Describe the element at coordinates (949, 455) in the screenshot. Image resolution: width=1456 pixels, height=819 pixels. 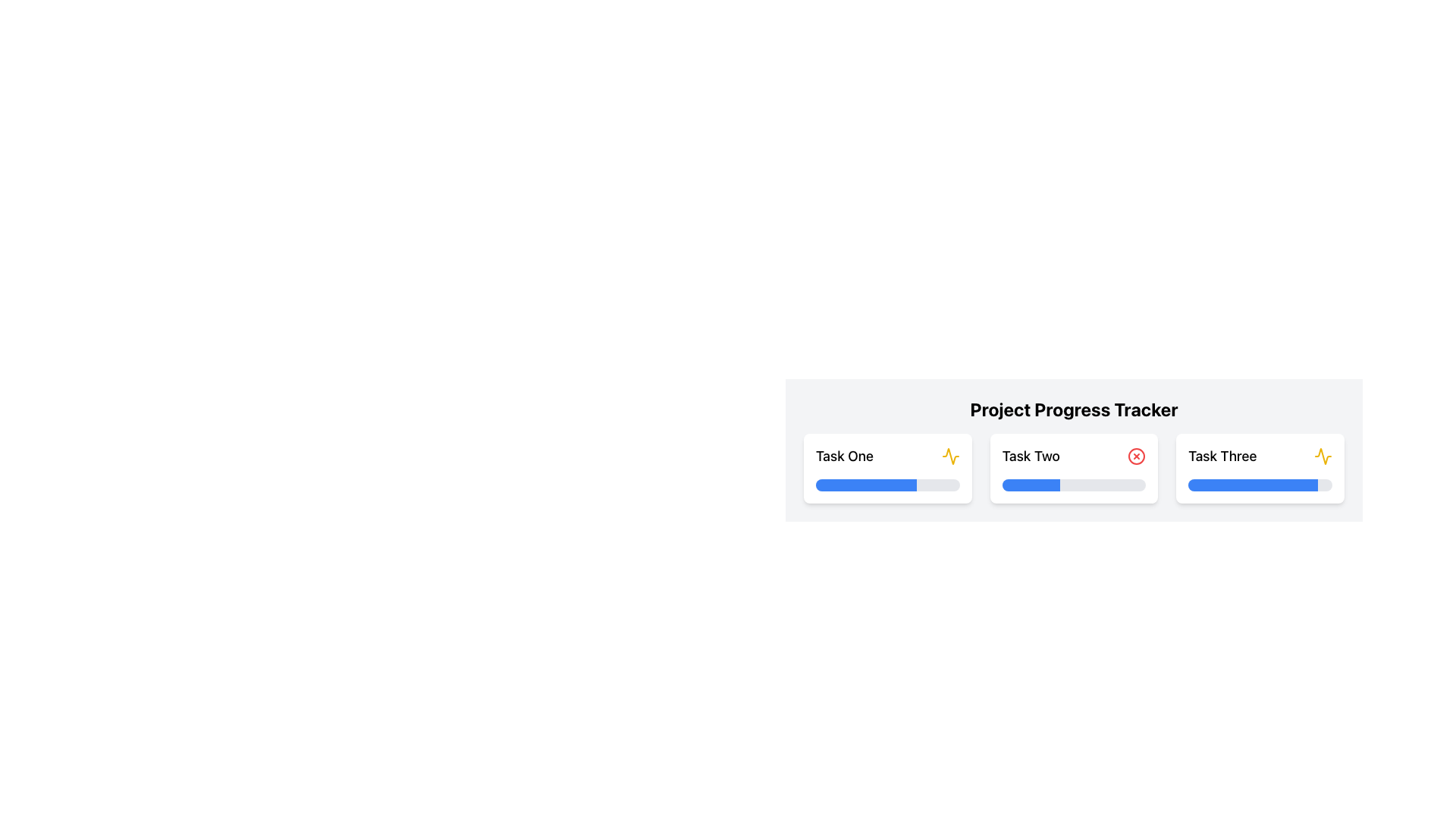
I see `the SVG icon representing activity or progress associated with 'Task One', located to the right of the 'Task One' text` at that location.